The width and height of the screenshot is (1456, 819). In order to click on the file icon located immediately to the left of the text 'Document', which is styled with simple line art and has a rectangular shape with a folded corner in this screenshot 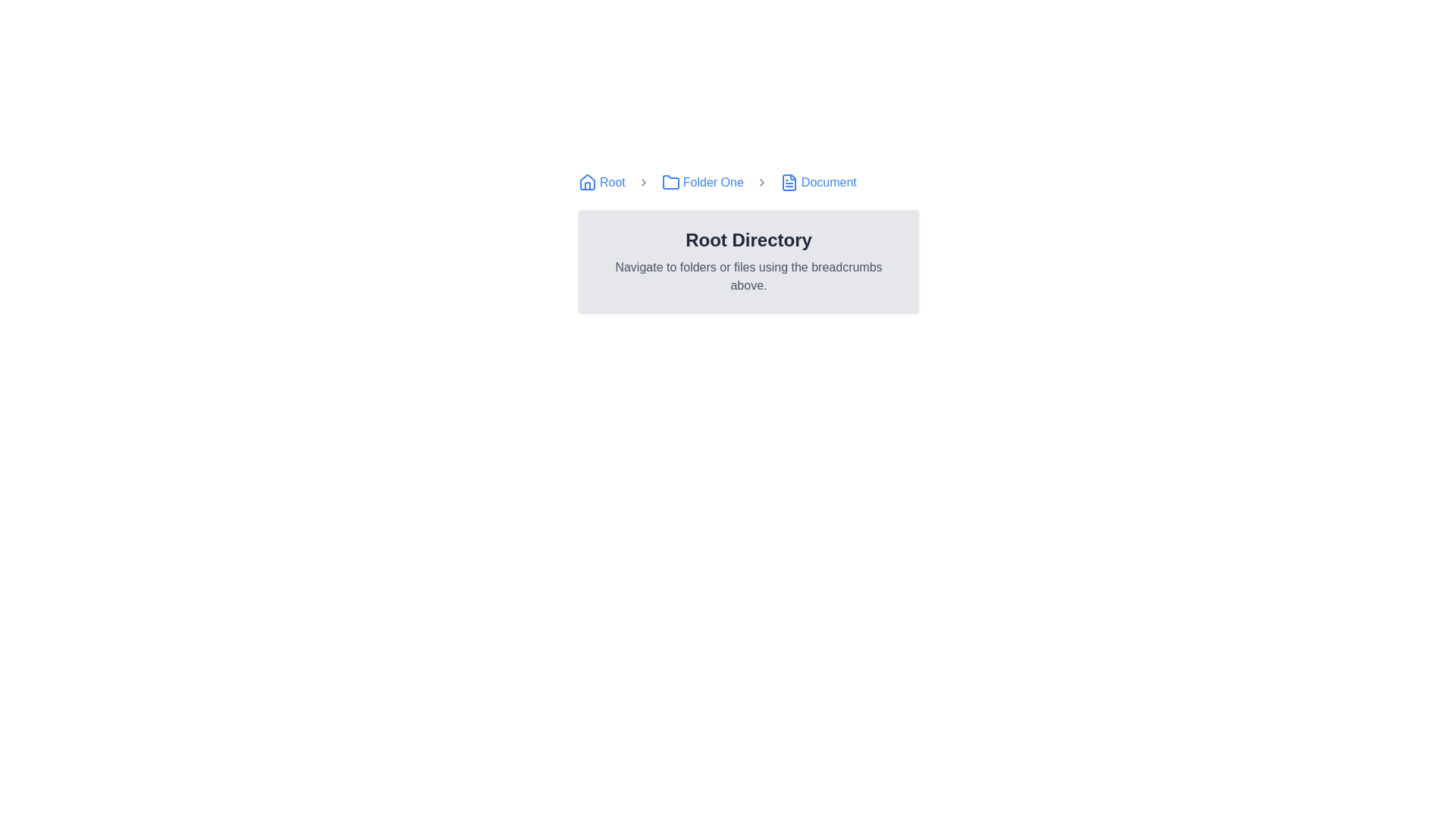, I will do `click(789, 181)`.